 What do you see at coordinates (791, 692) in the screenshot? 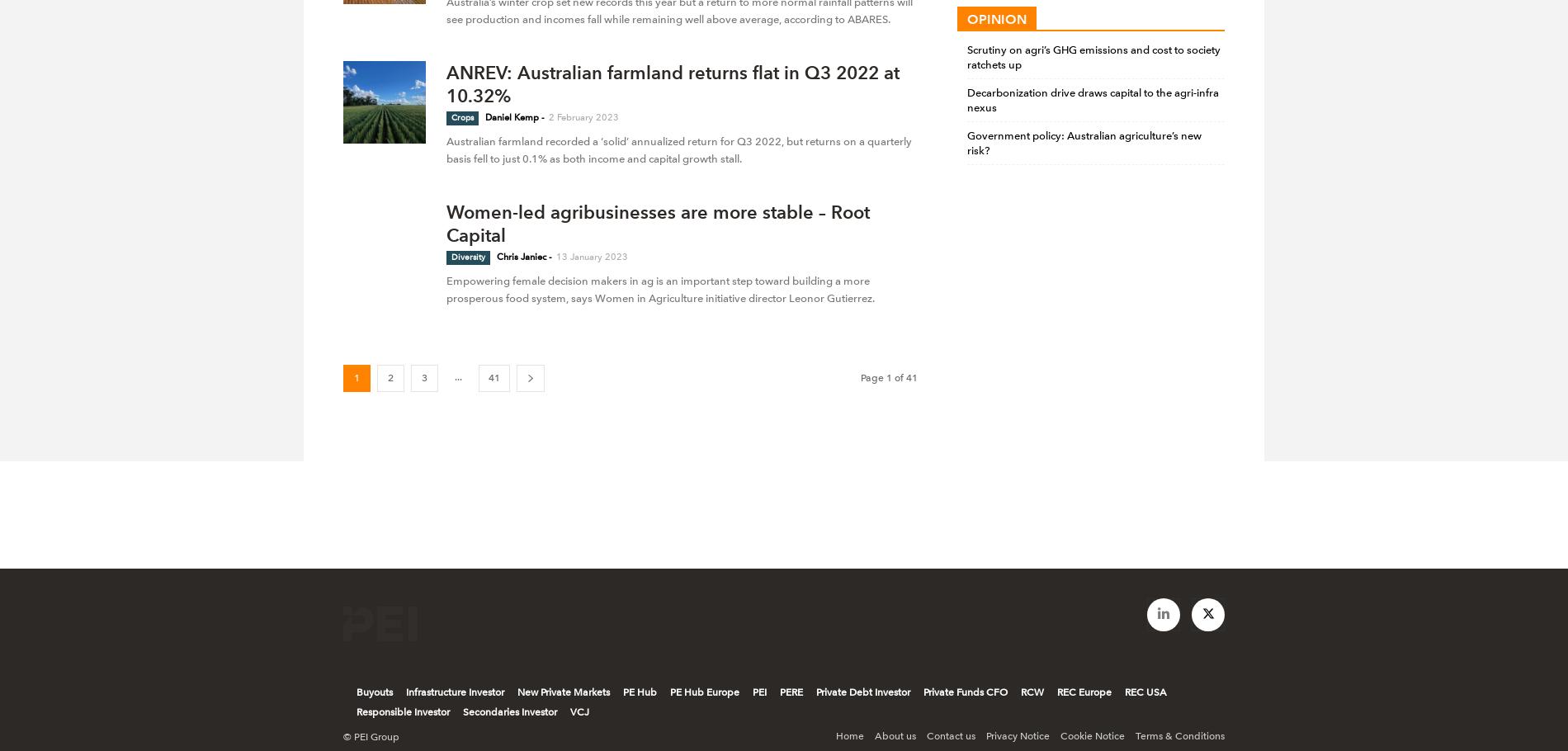
I see `'PERE'` at bounding box center [791, 692].